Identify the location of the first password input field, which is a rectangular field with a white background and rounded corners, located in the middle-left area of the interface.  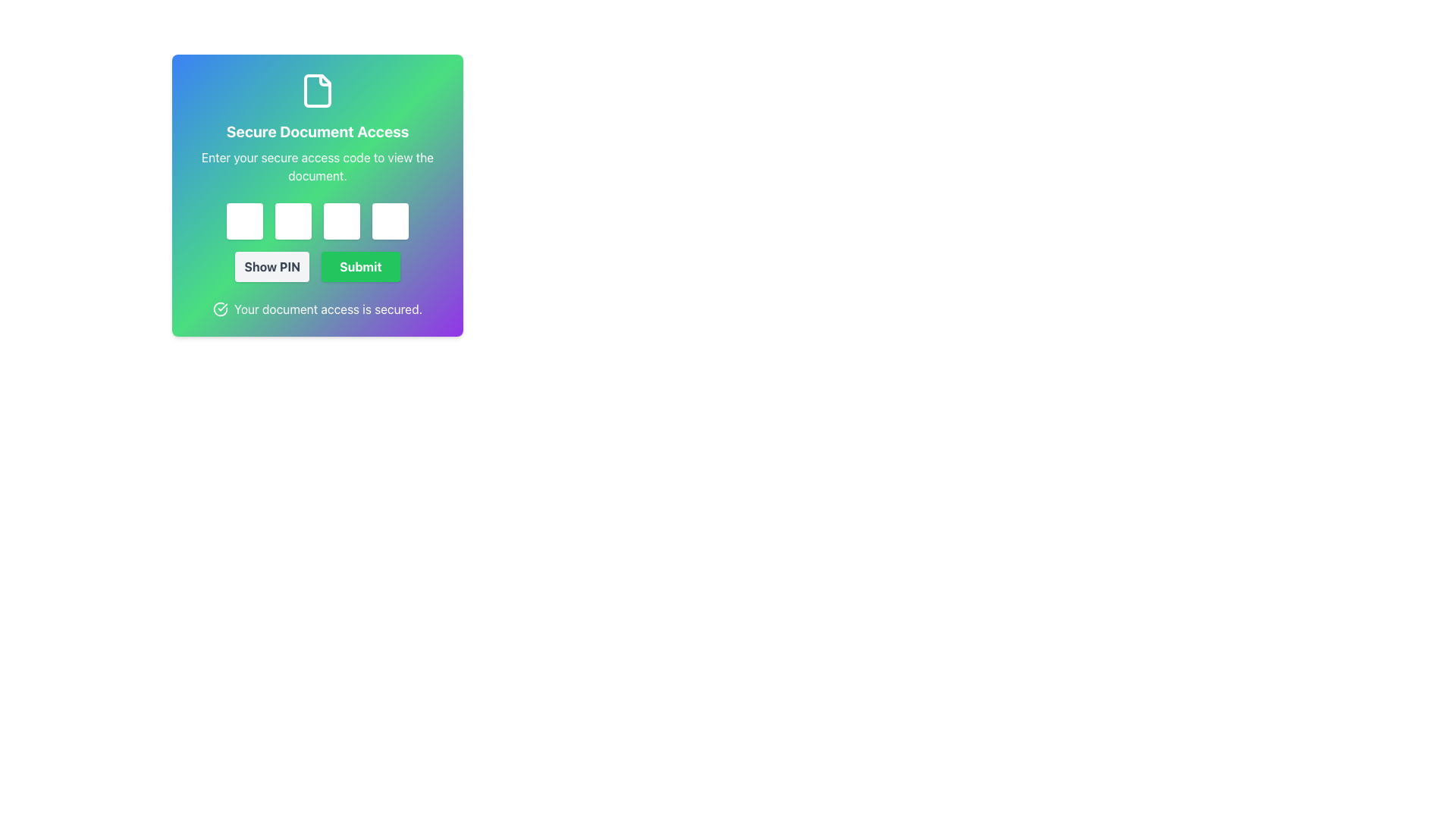
(244, 221).